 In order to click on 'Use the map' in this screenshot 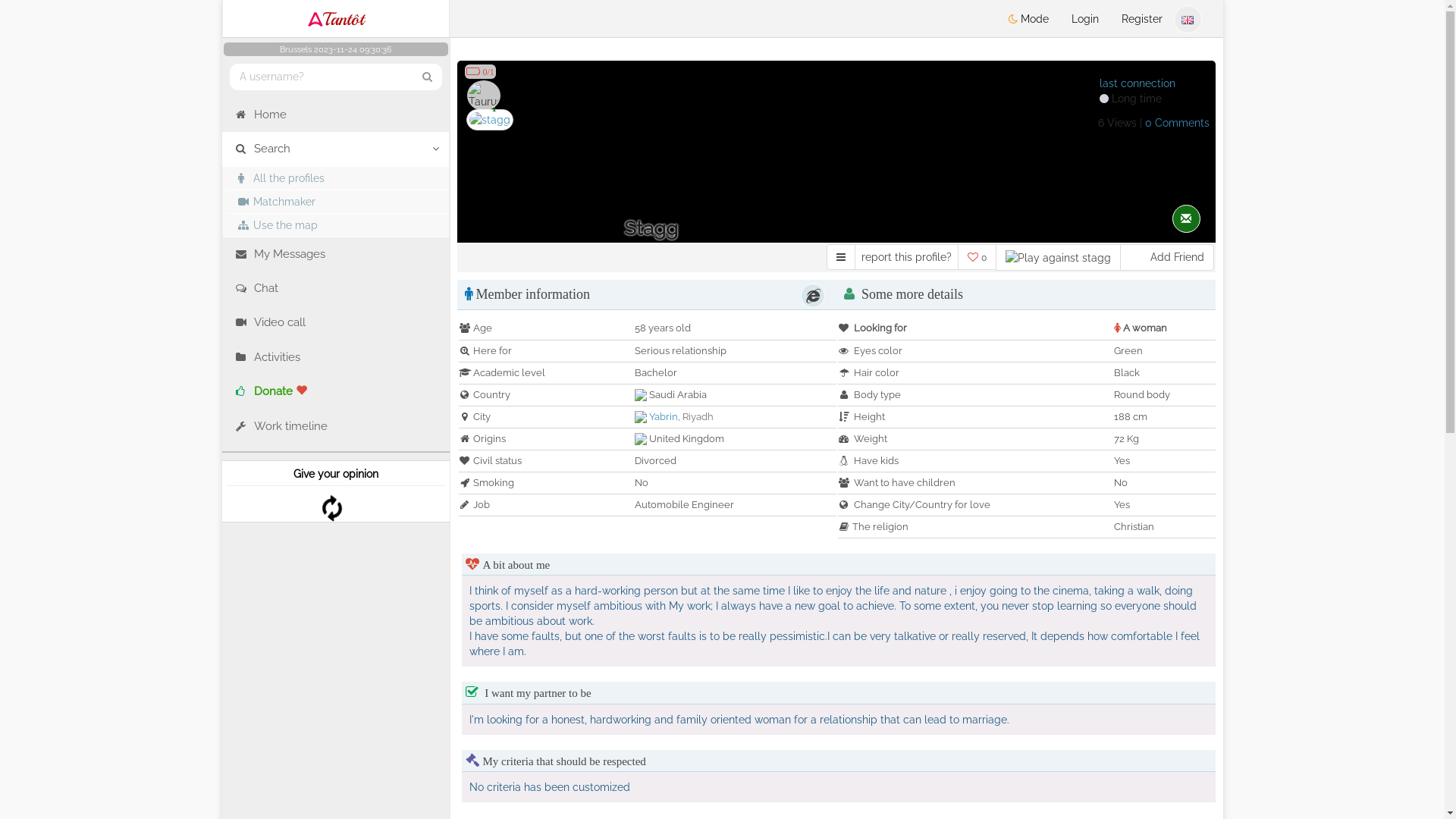, I will do `click(336, 225)`.